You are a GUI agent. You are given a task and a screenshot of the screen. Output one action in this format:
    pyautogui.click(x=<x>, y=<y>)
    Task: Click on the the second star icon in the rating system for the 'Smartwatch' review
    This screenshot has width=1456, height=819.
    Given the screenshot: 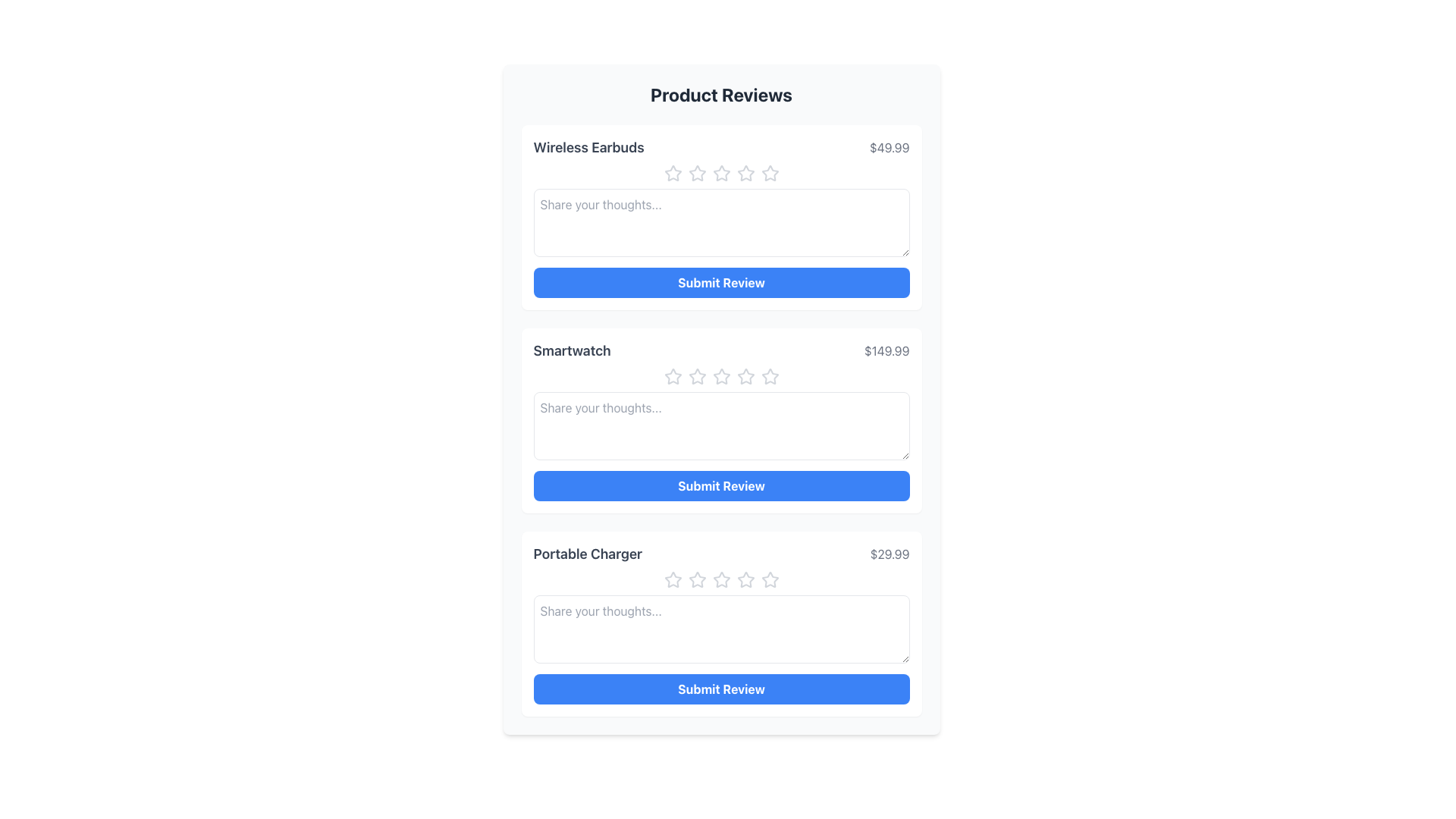 What is the action you would take?
    pyautogui.click(x=720, y=375)
    